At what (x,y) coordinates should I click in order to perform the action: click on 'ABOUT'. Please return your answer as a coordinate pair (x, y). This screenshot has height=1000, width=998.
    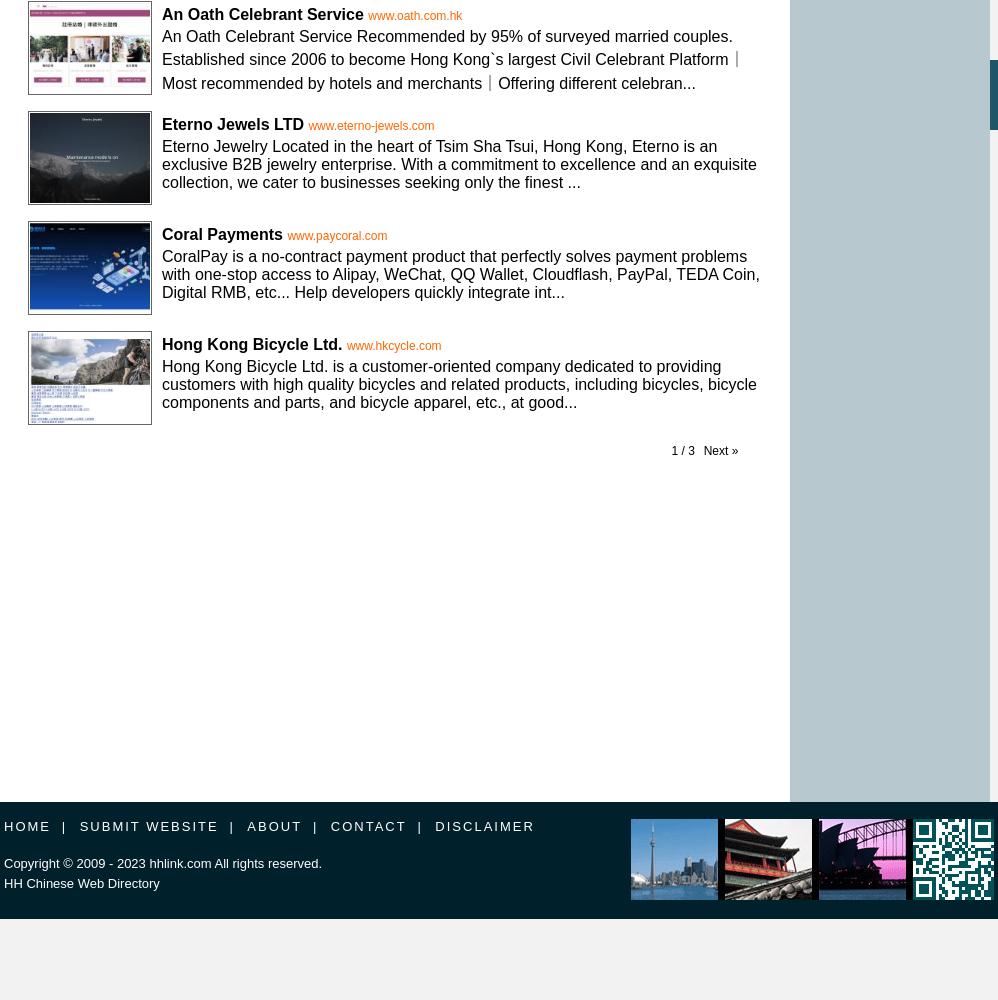
    Looking at the image, I should click on (273, 825).